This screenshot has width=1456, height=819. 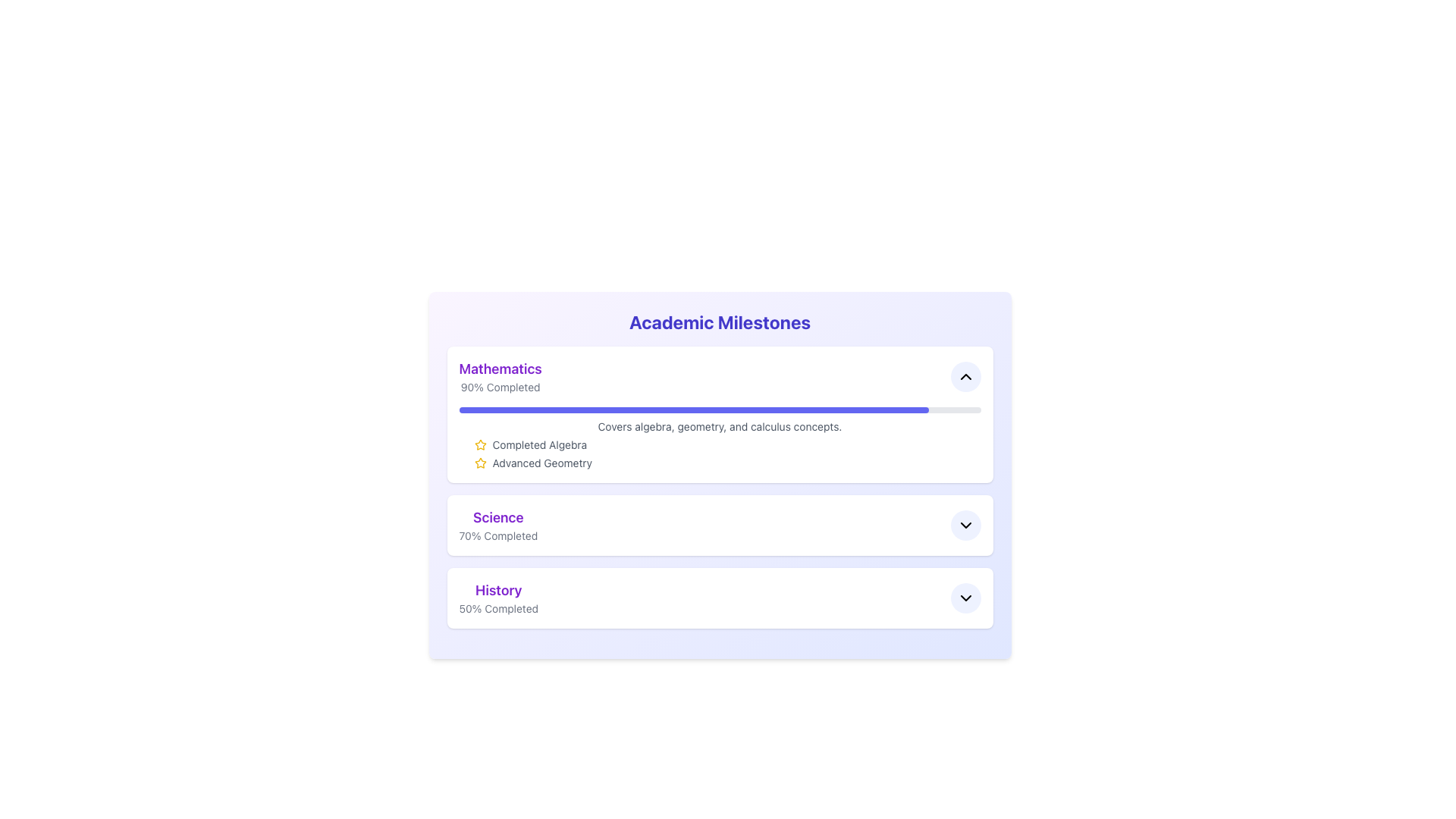 I want to click on the star icon located to the left of the 'Completed Algebra' label, which indicates completion or achievement of a milestone, so click(x=479, y=444).